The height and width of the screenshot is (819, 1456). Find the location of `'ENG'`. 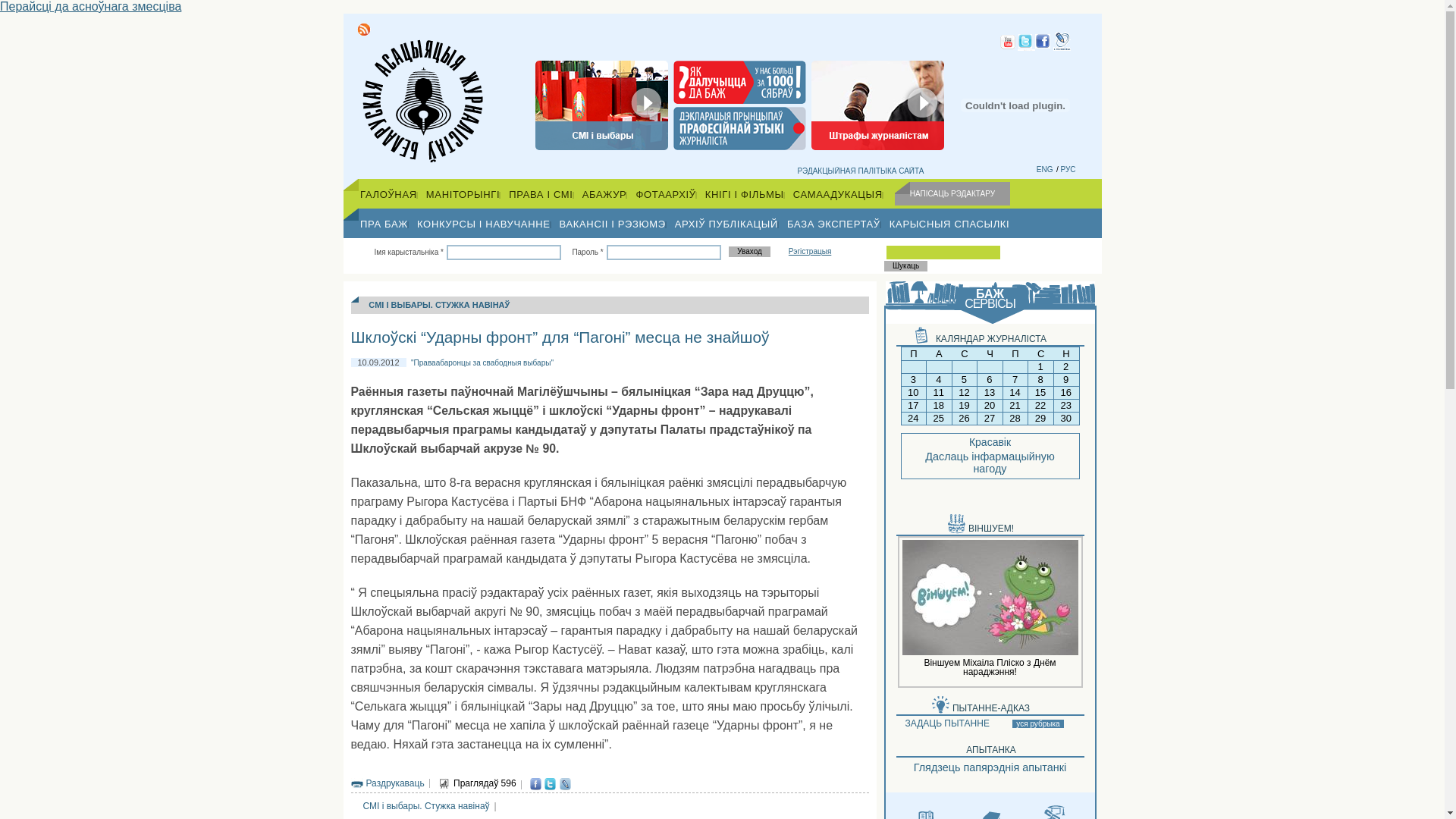

'ENG' is located at coordinates (1043, 169).